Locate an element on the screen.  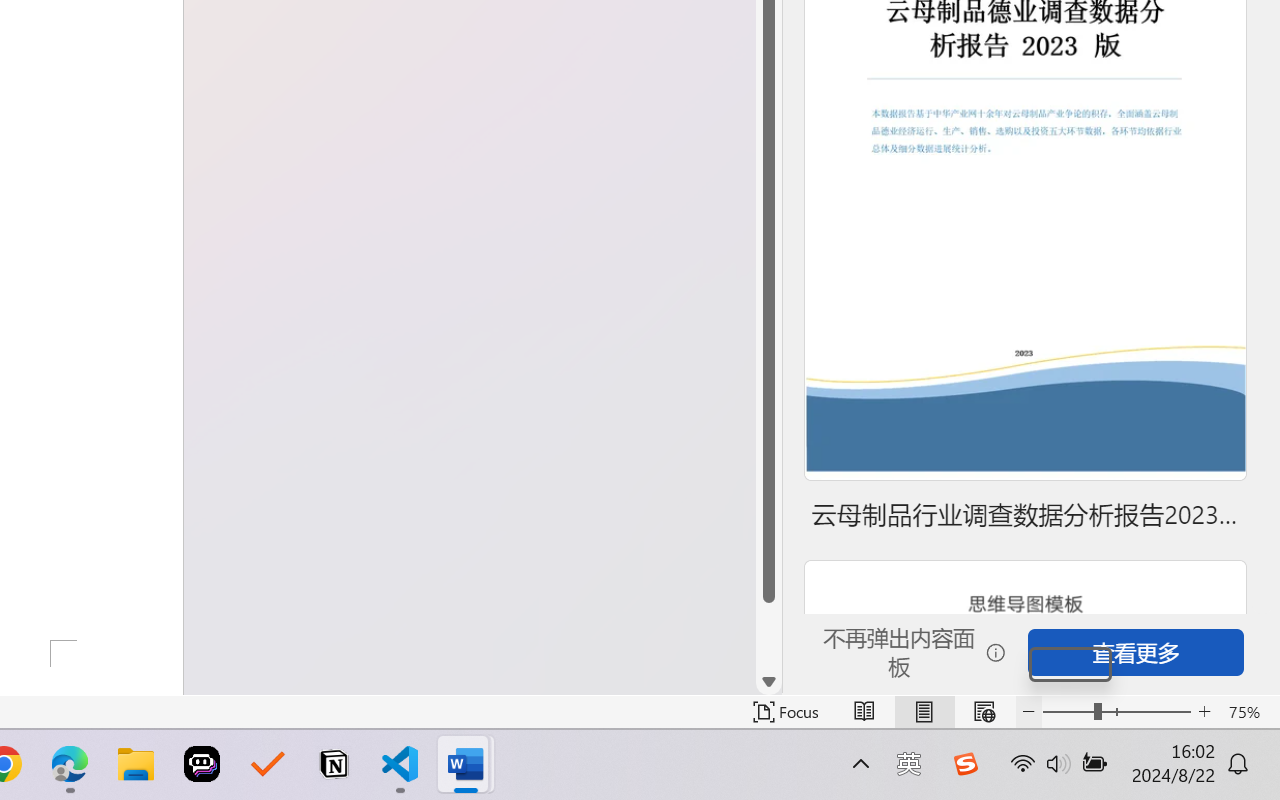
'Web Layout' is located at coordinates (984, 711).